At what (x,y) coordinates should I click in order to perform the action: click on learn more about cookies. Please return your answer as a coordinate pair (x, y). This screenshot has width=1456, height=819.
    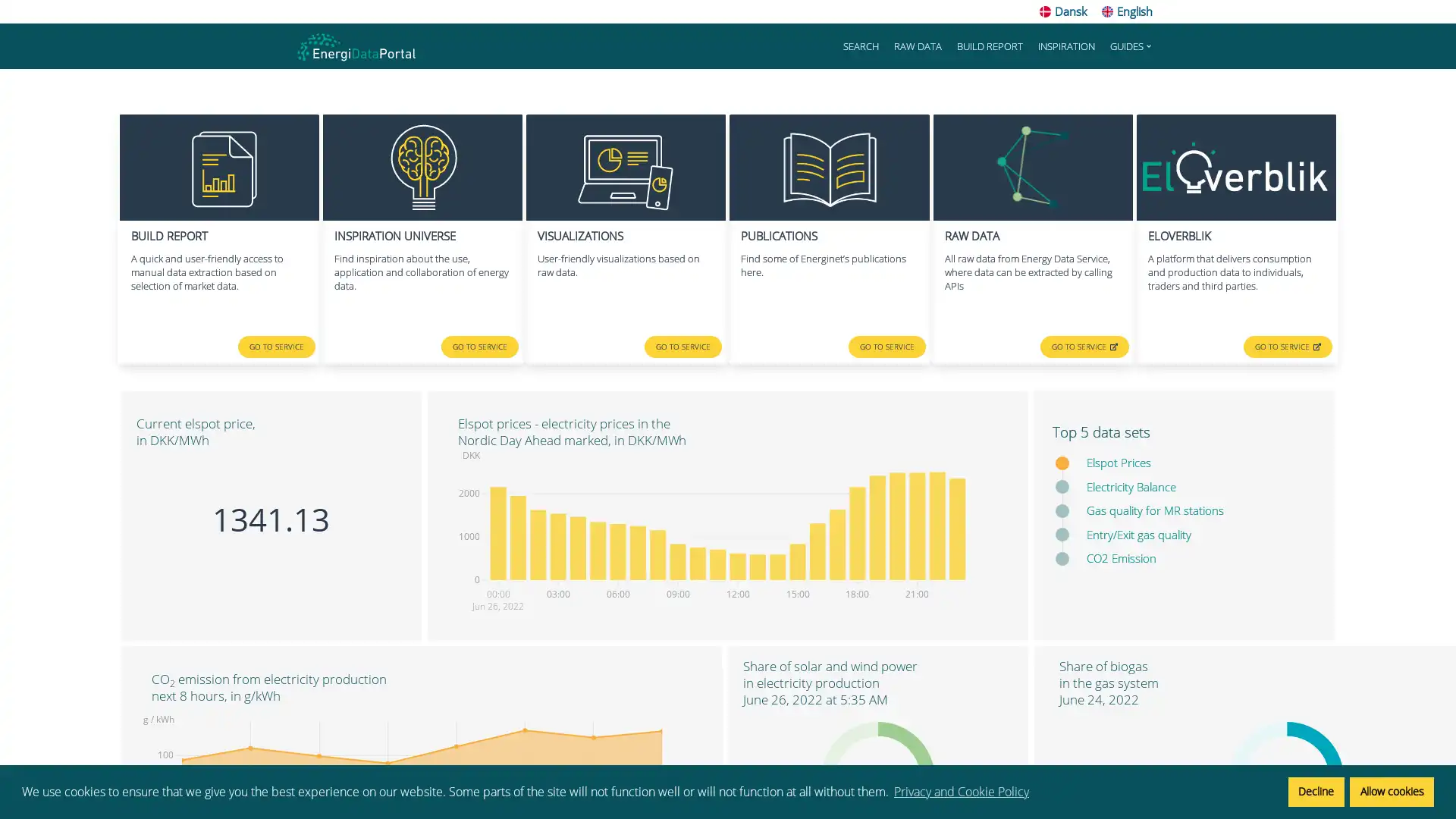
    Looking at the image, I should click on (960, 791).